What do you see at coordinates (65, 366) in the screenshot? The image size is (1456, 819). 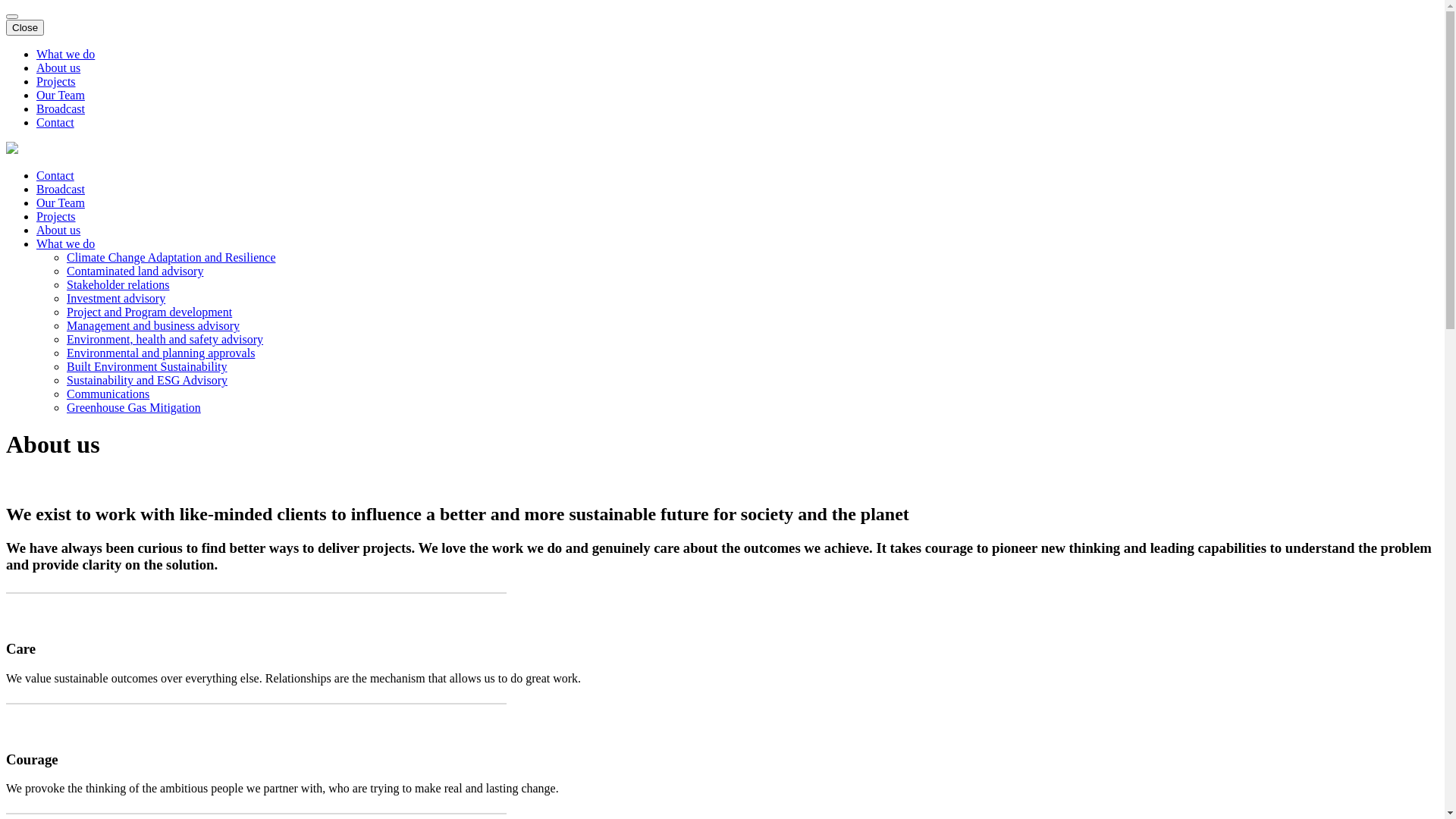 I see `'Built Environment Sustainability'` at bounding box center [65, 366].